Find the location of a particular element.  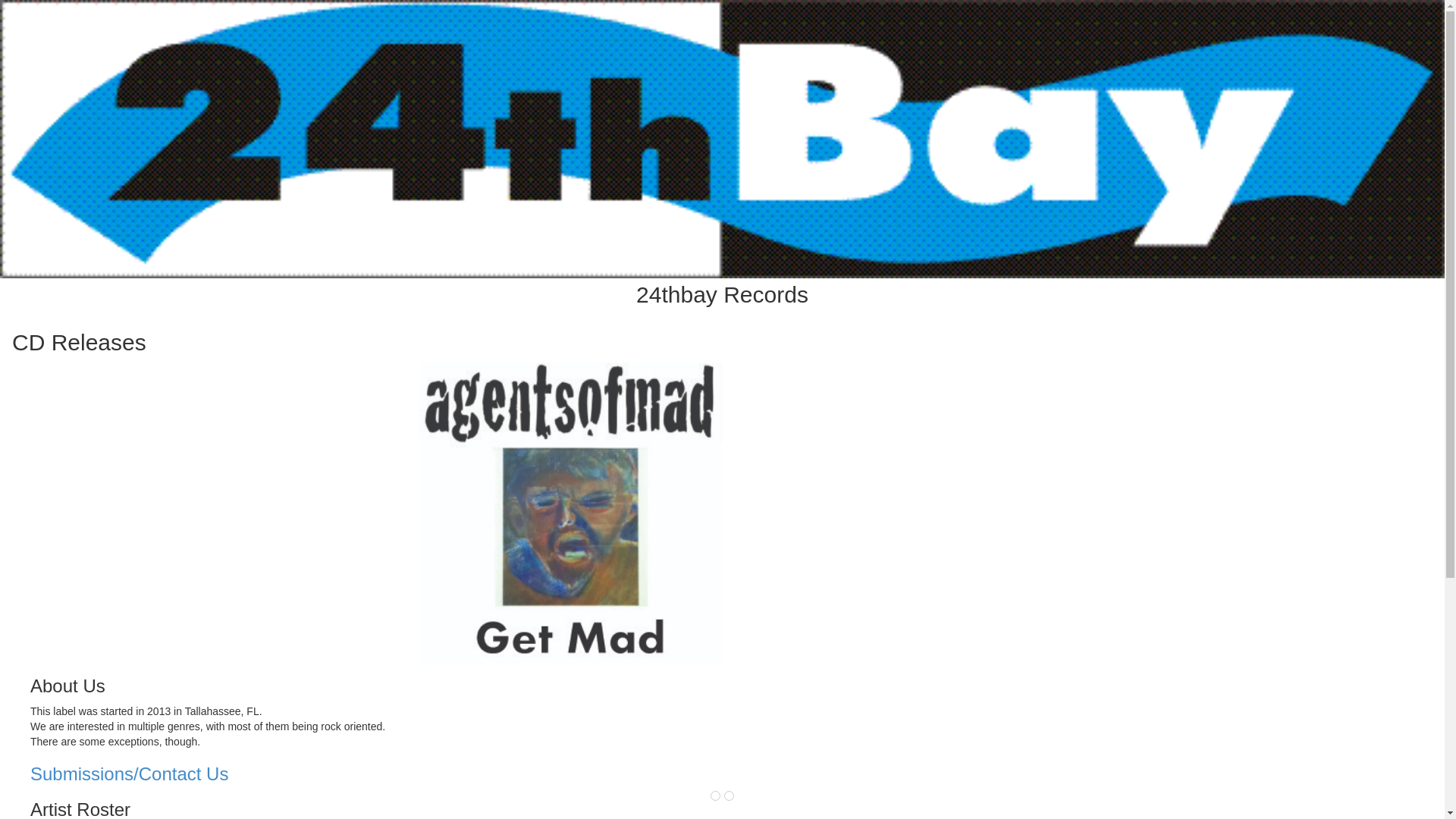

'Submissions/Contact Us' is located at coordinates (30, 774).